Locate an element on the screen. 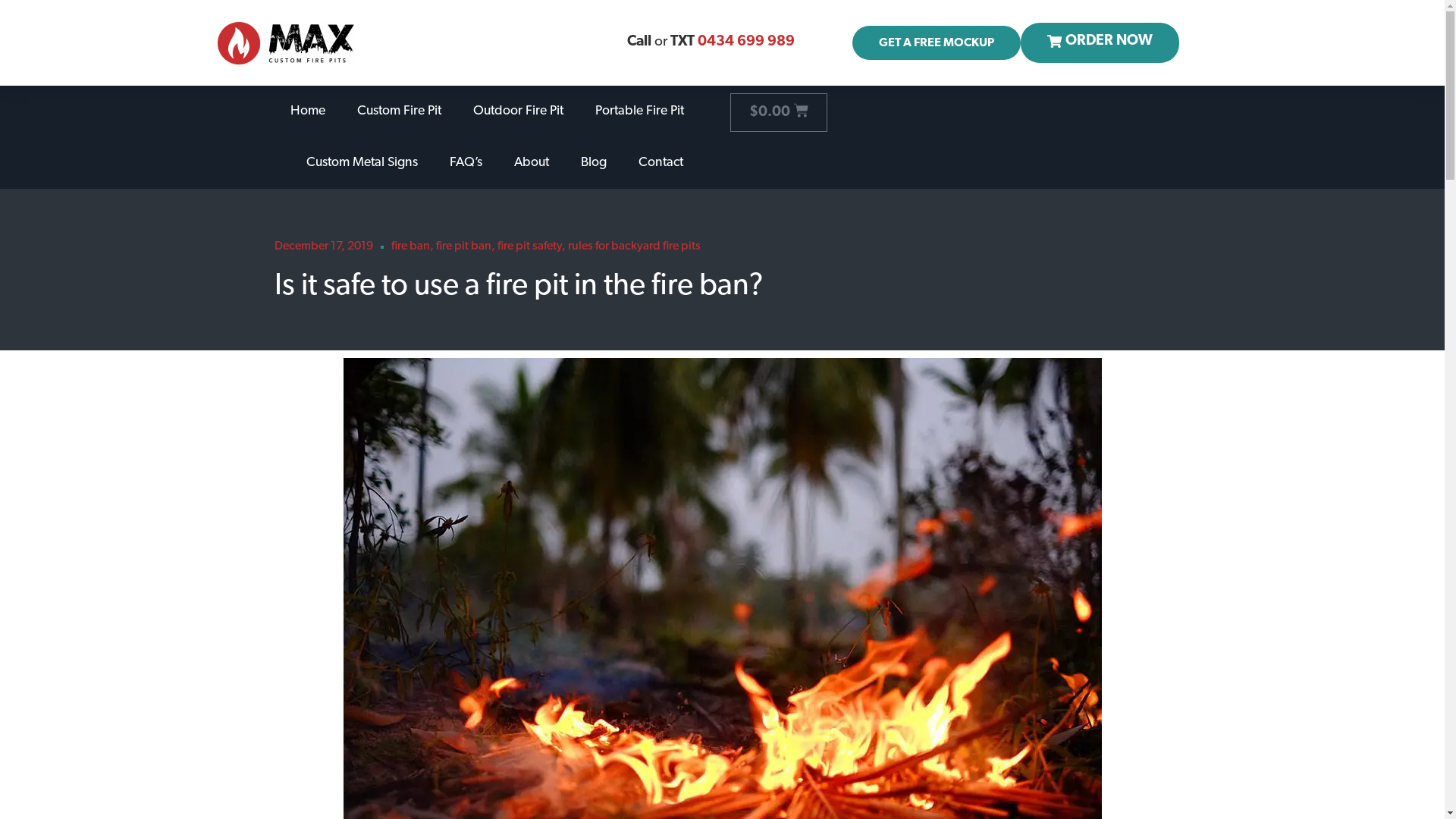 Image resolution: width=1456 pixels, height=819 pixels. '$0.00' is located at coordinates (778, 111).